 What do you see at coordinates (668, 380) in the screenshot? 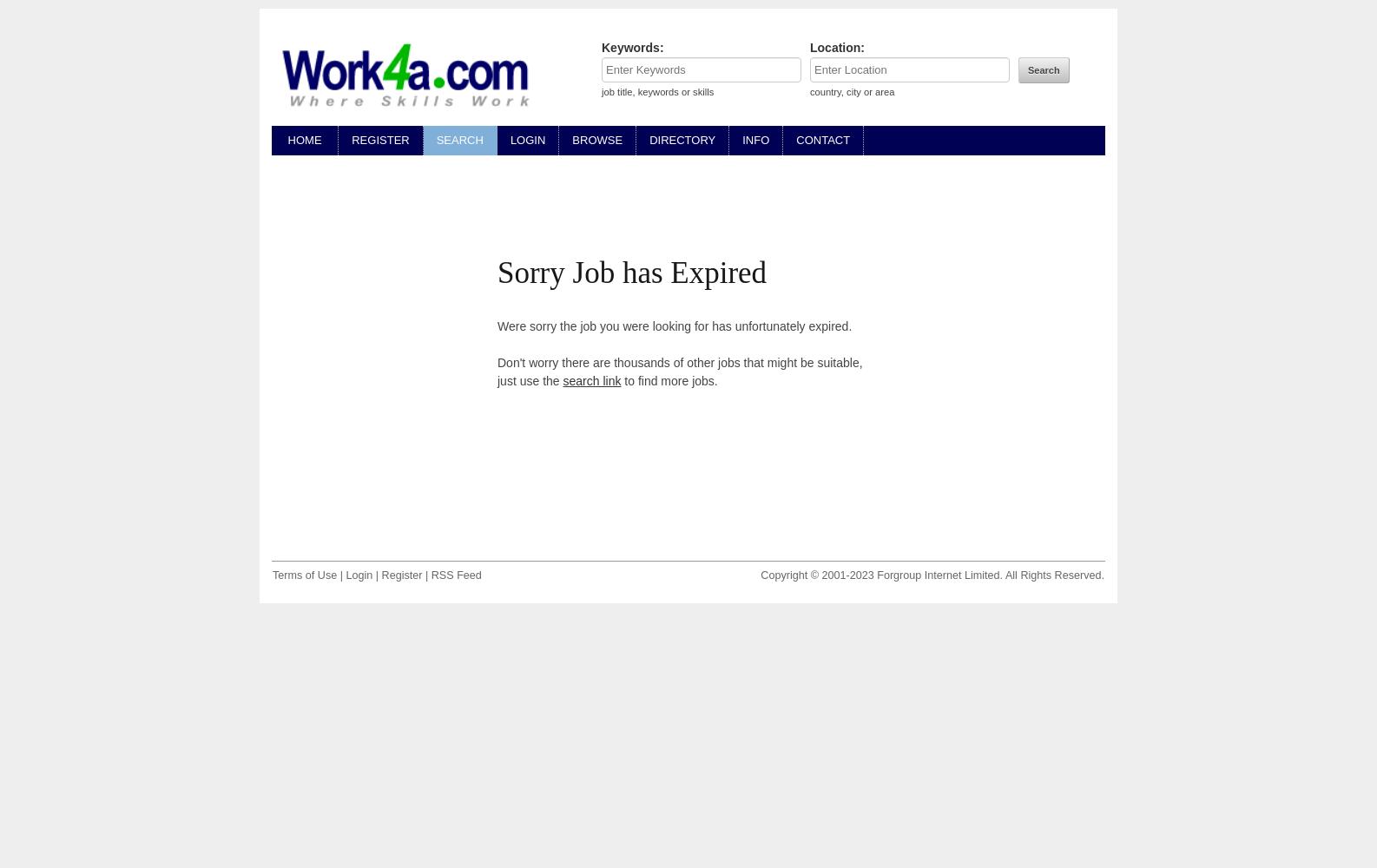
I see `'to find more jobs.'` at bounding box center [668, 380].